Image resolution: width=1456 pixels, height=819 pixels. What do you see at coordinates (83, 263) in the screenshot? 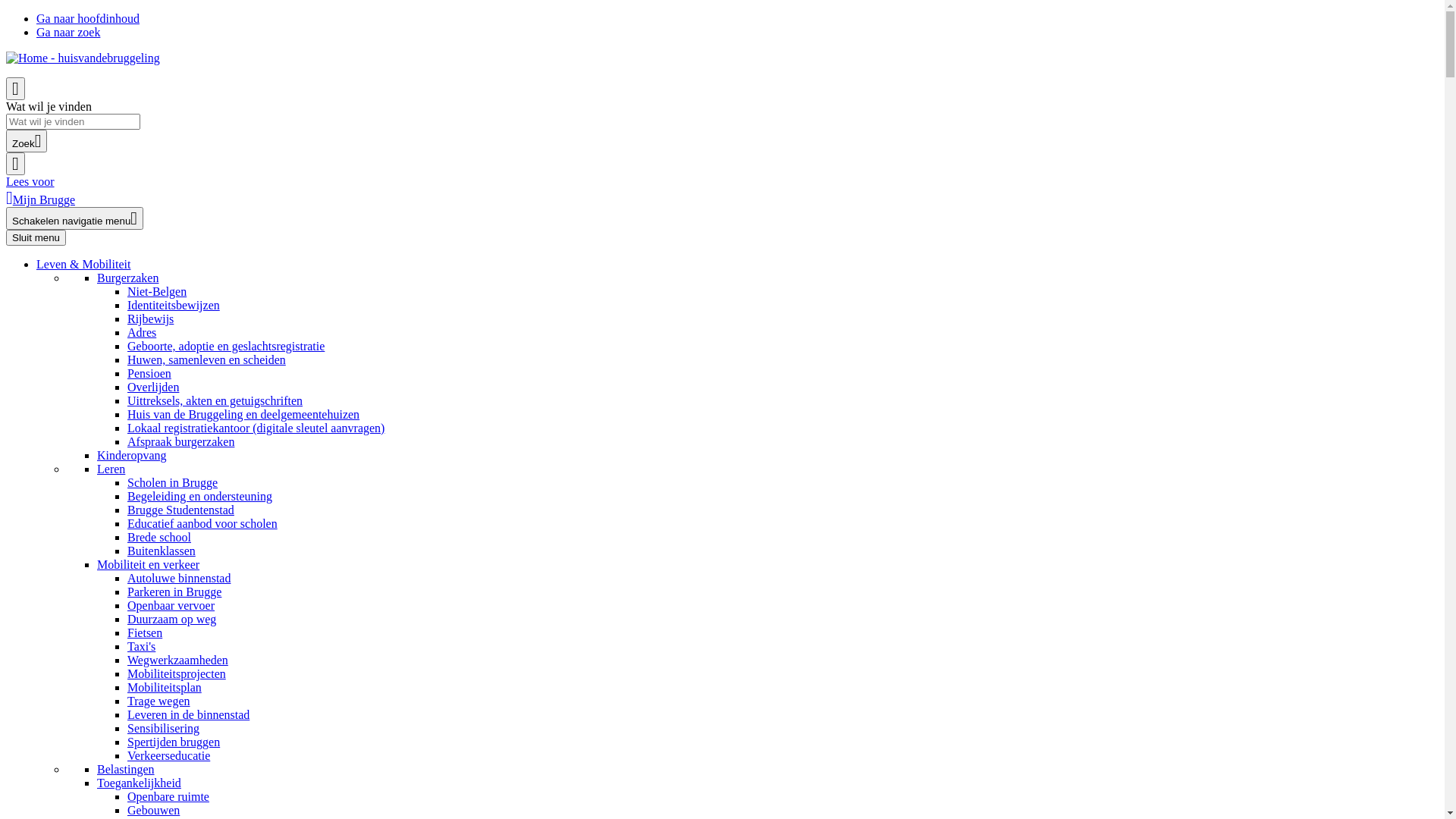
I see `'Leven & Mobiliteit'` at bounding box center [83, 263].